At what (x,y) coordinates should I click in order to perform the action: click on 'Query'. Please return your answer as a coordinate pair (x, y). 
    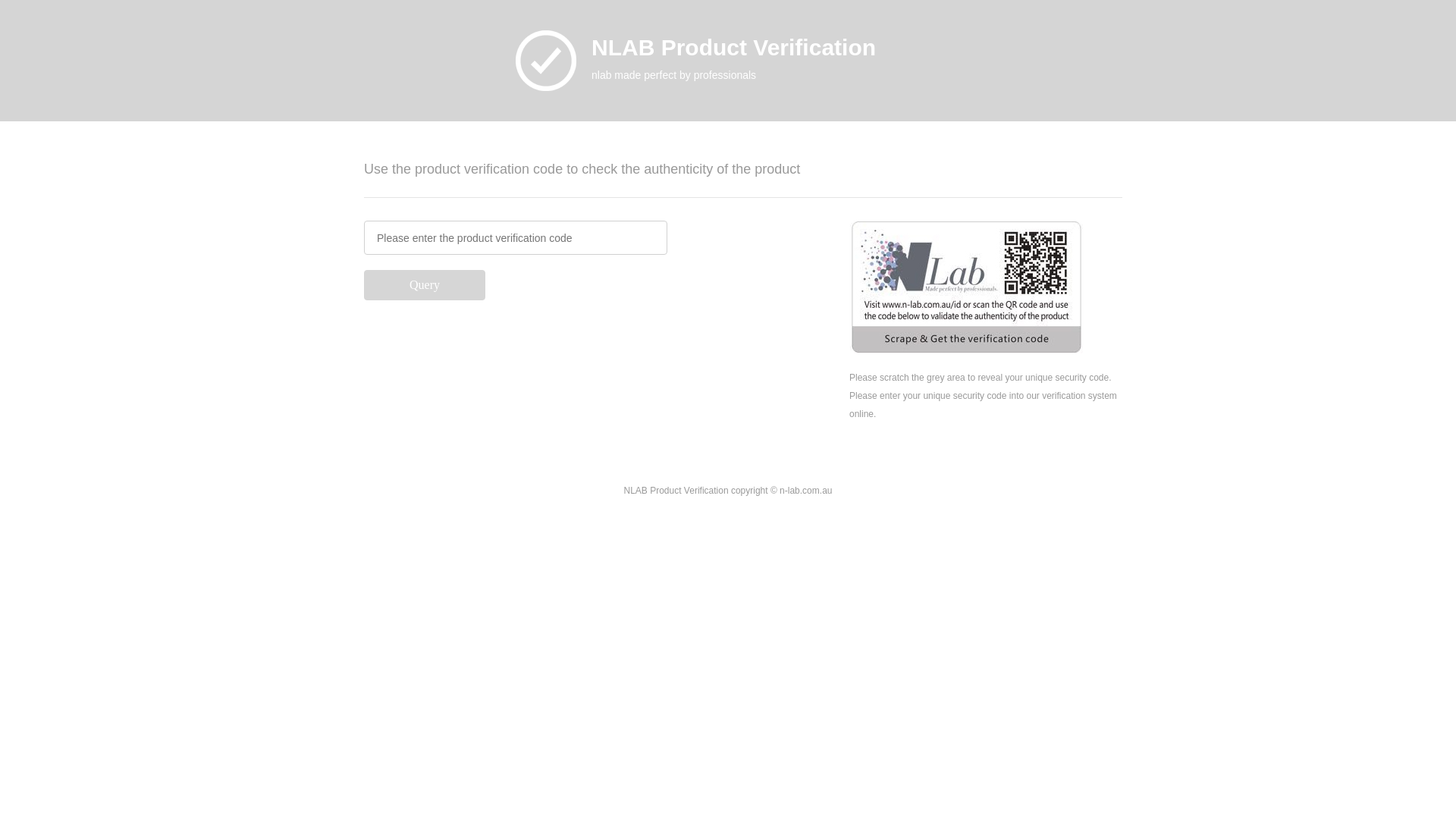
    Looking at the image, I should click on (364, 284).